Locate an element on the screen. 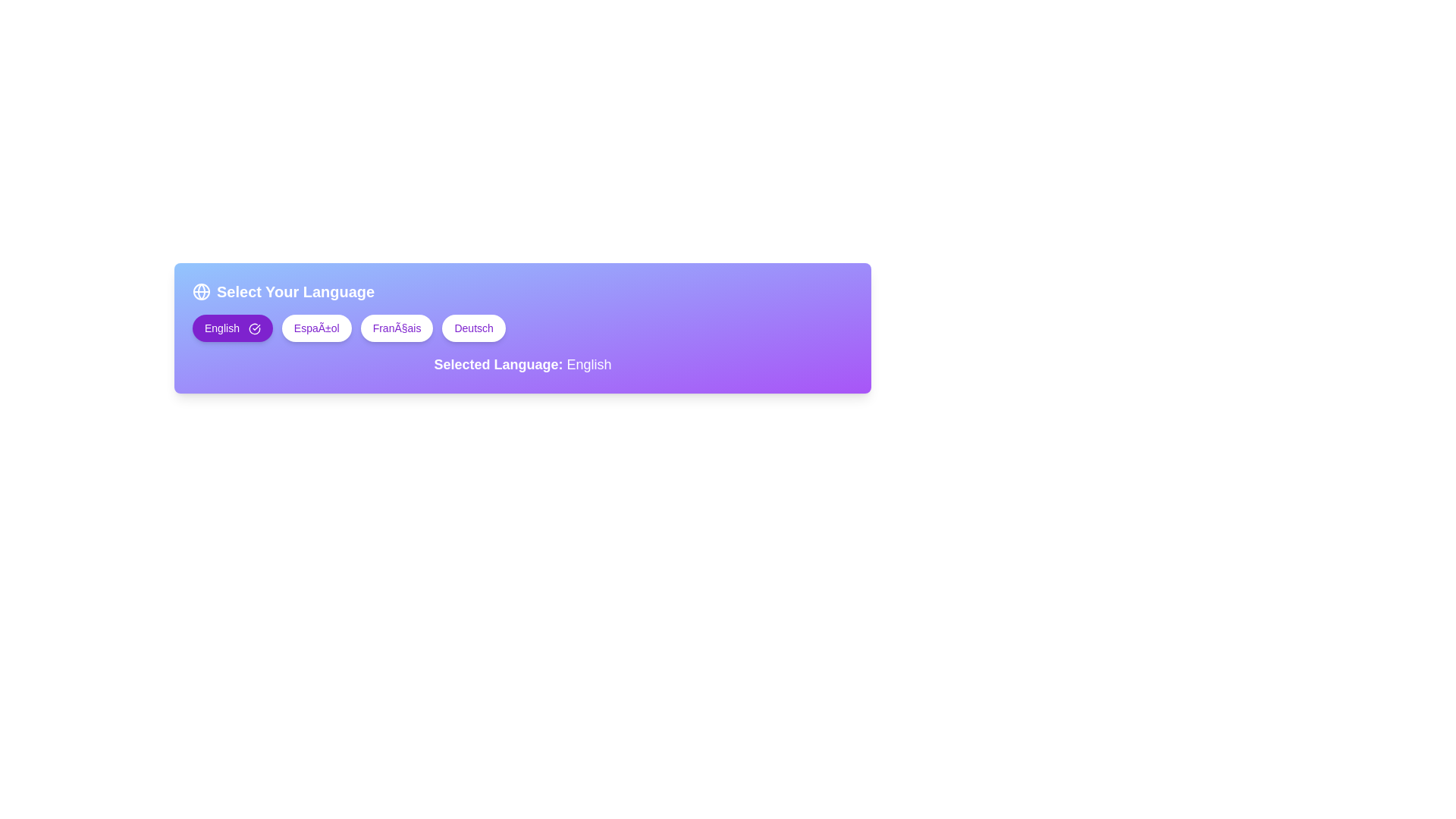  the central grouping of interactive buttons for language selection is located at coordinates (522, 327).